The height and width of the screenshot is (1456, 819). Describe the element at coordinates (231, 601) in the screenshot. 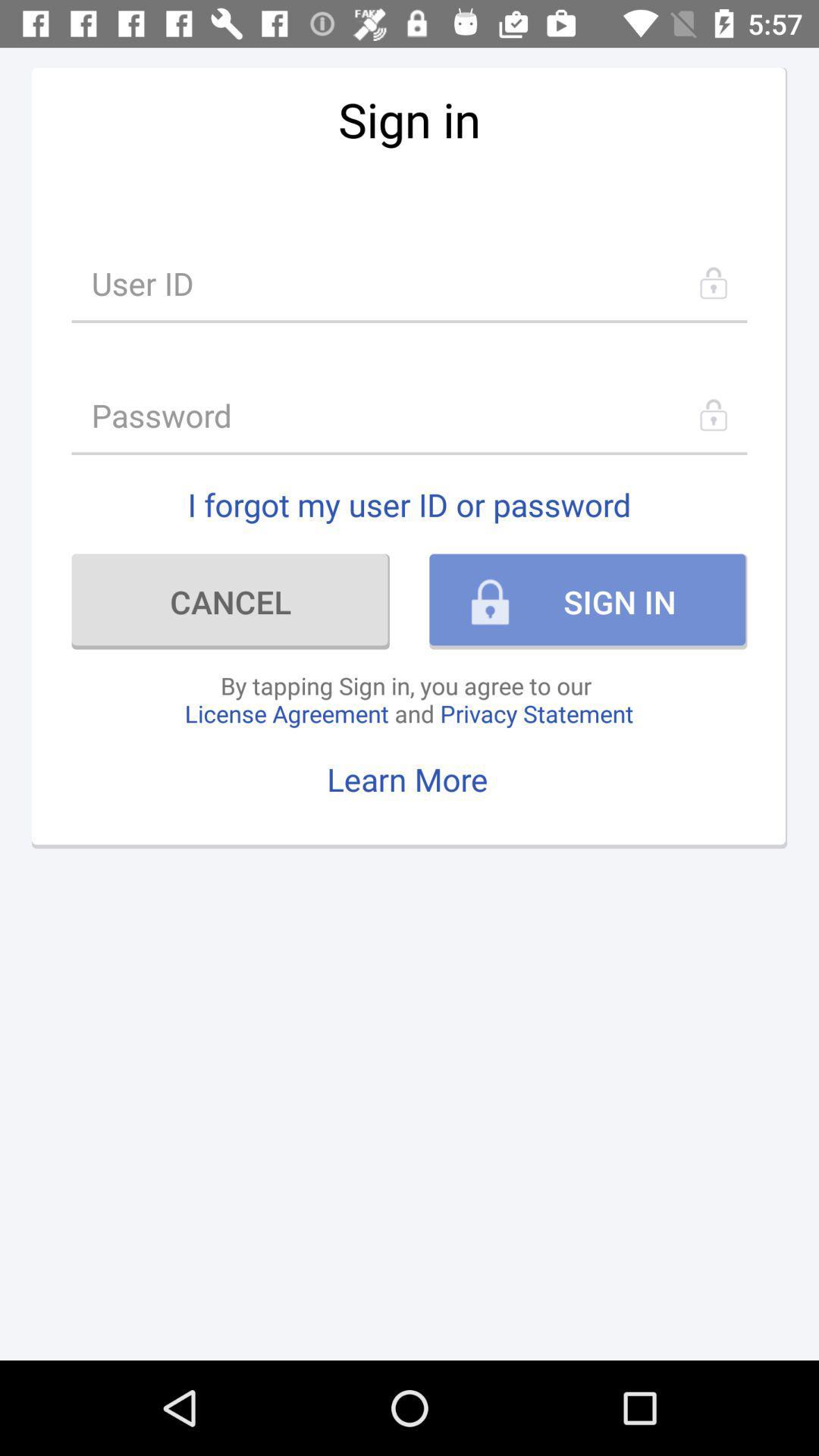

I see `the cancel icon` at that location.